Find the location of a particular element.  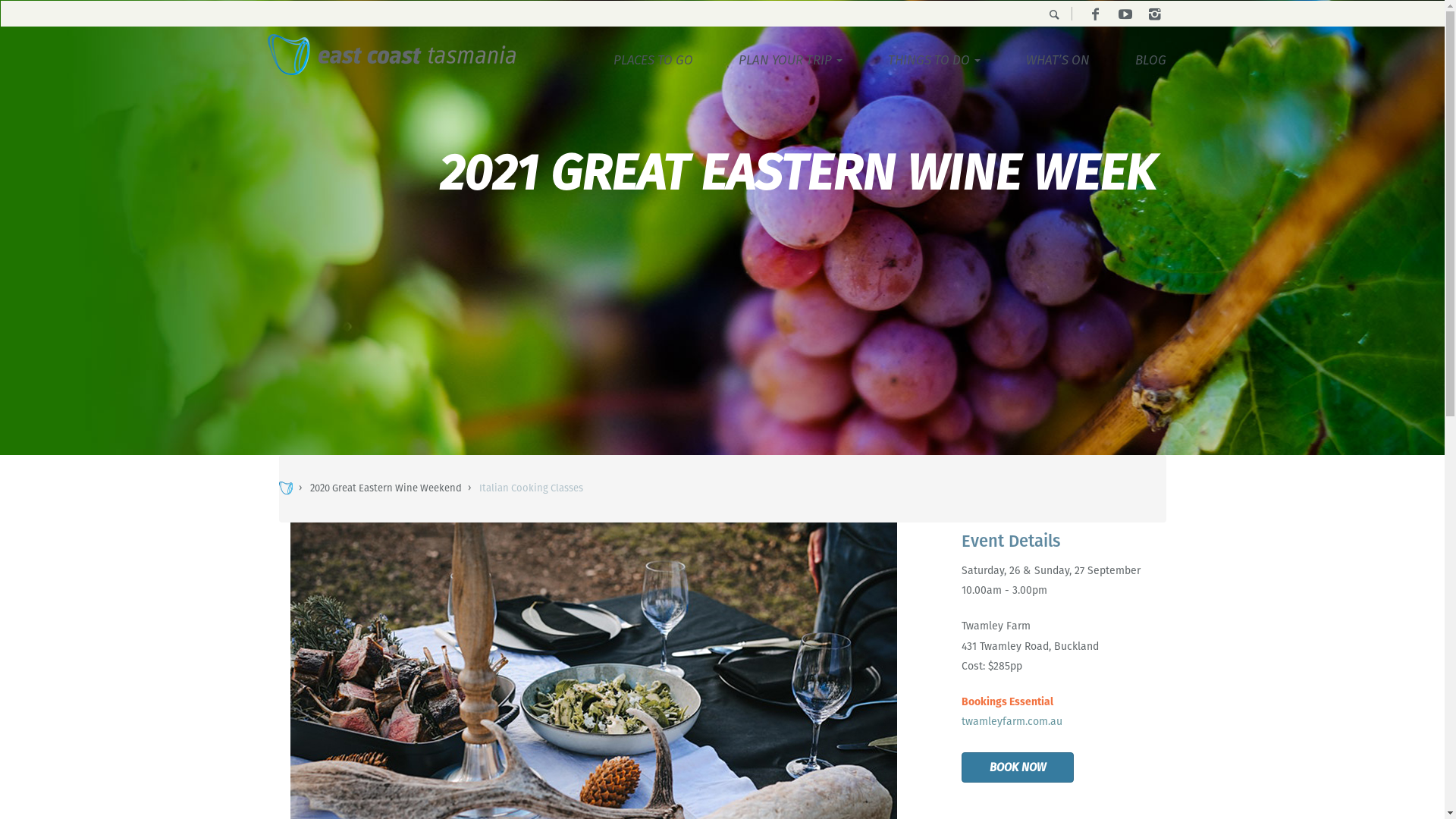

'THINGS TO DO' is located at coordinates (864, 58).